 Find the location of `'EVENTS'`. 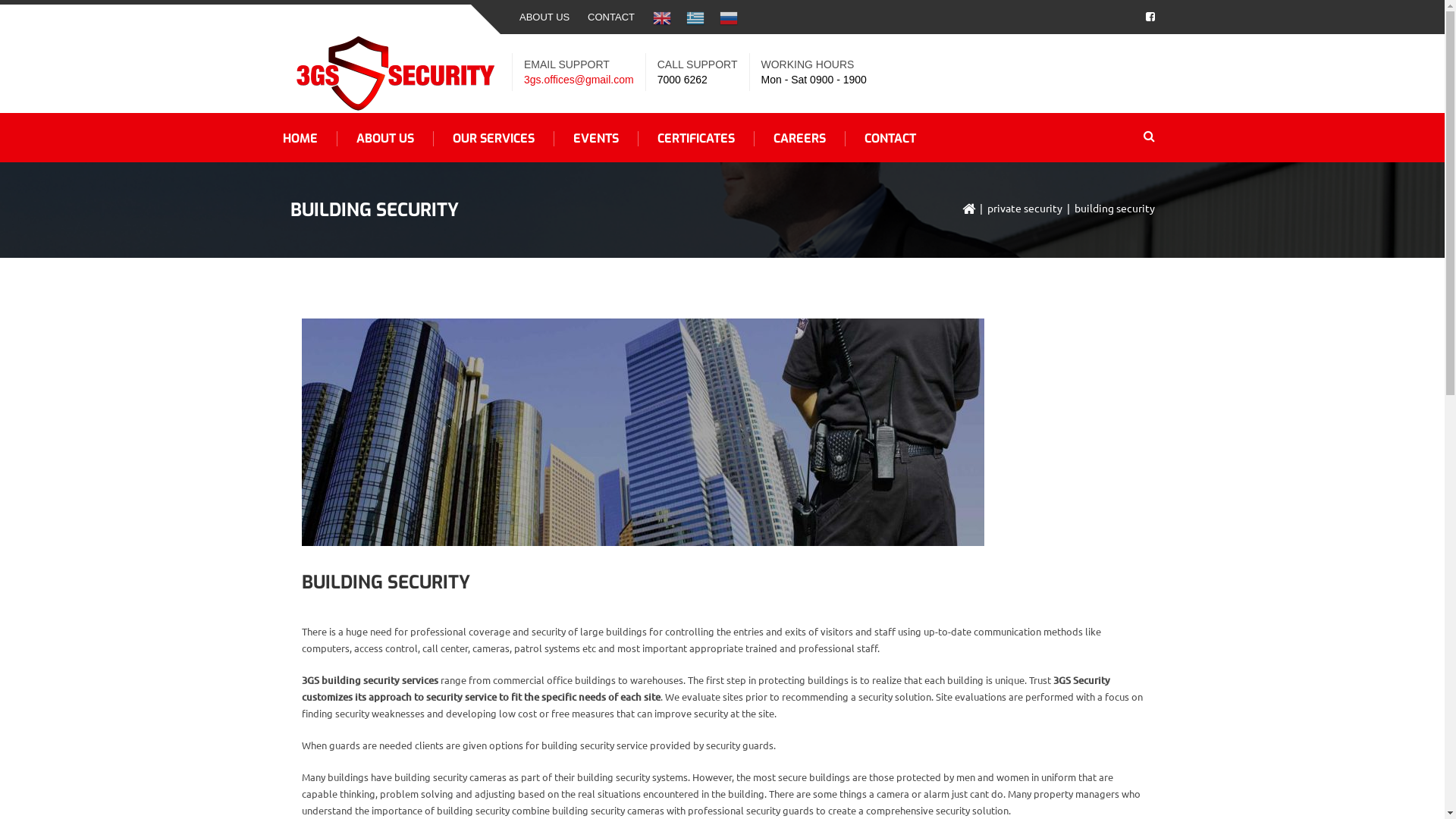

'EVENTS' is located at coordinates (595, 138).